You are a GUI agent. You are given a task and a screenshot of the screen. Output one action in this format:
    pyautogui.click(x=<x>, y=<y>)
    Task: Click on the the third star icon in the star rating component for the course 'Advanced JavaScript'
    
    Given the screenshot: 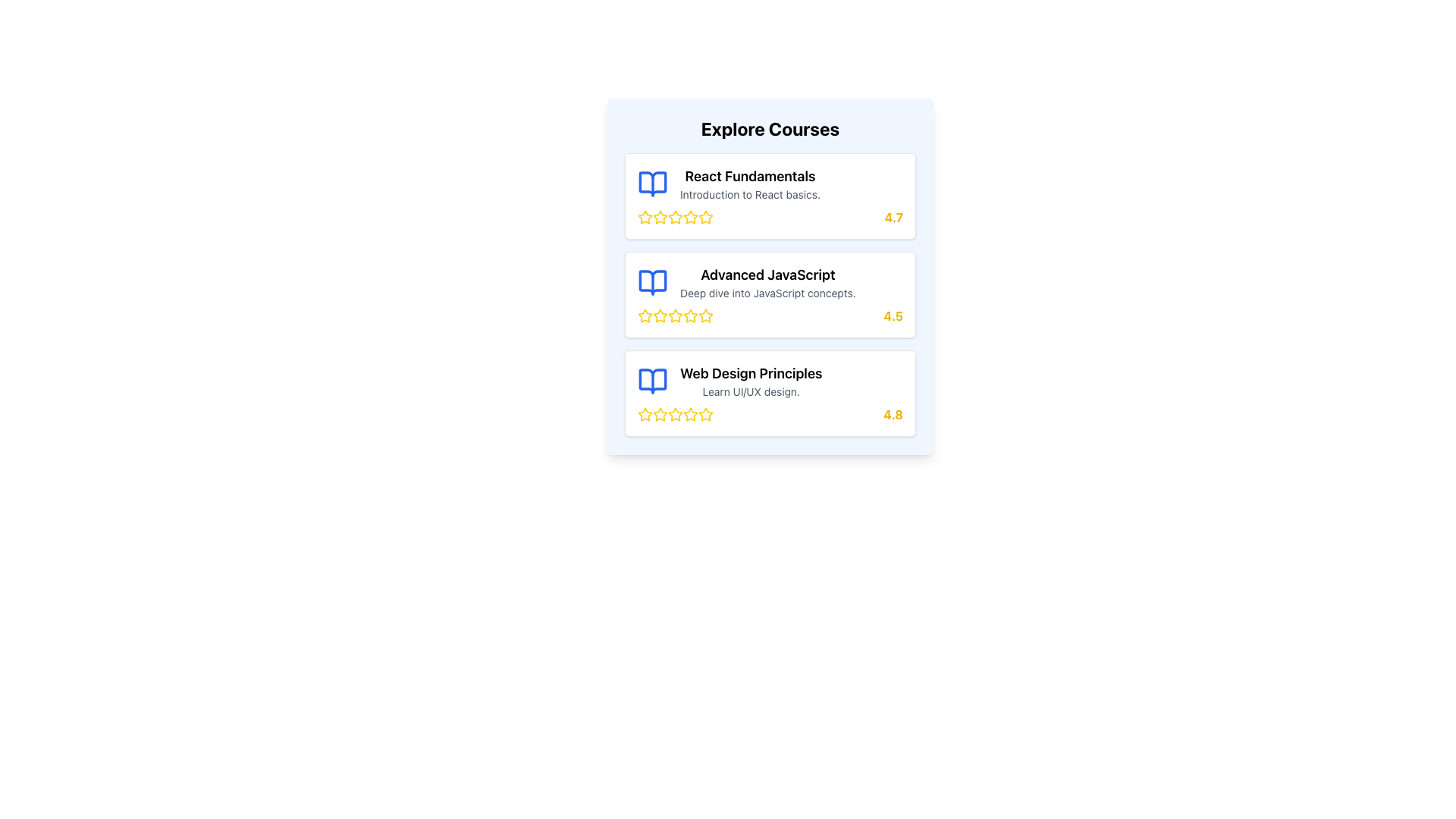 What is the action you would take?
    pyautogui.click(x=690, y=315)
    